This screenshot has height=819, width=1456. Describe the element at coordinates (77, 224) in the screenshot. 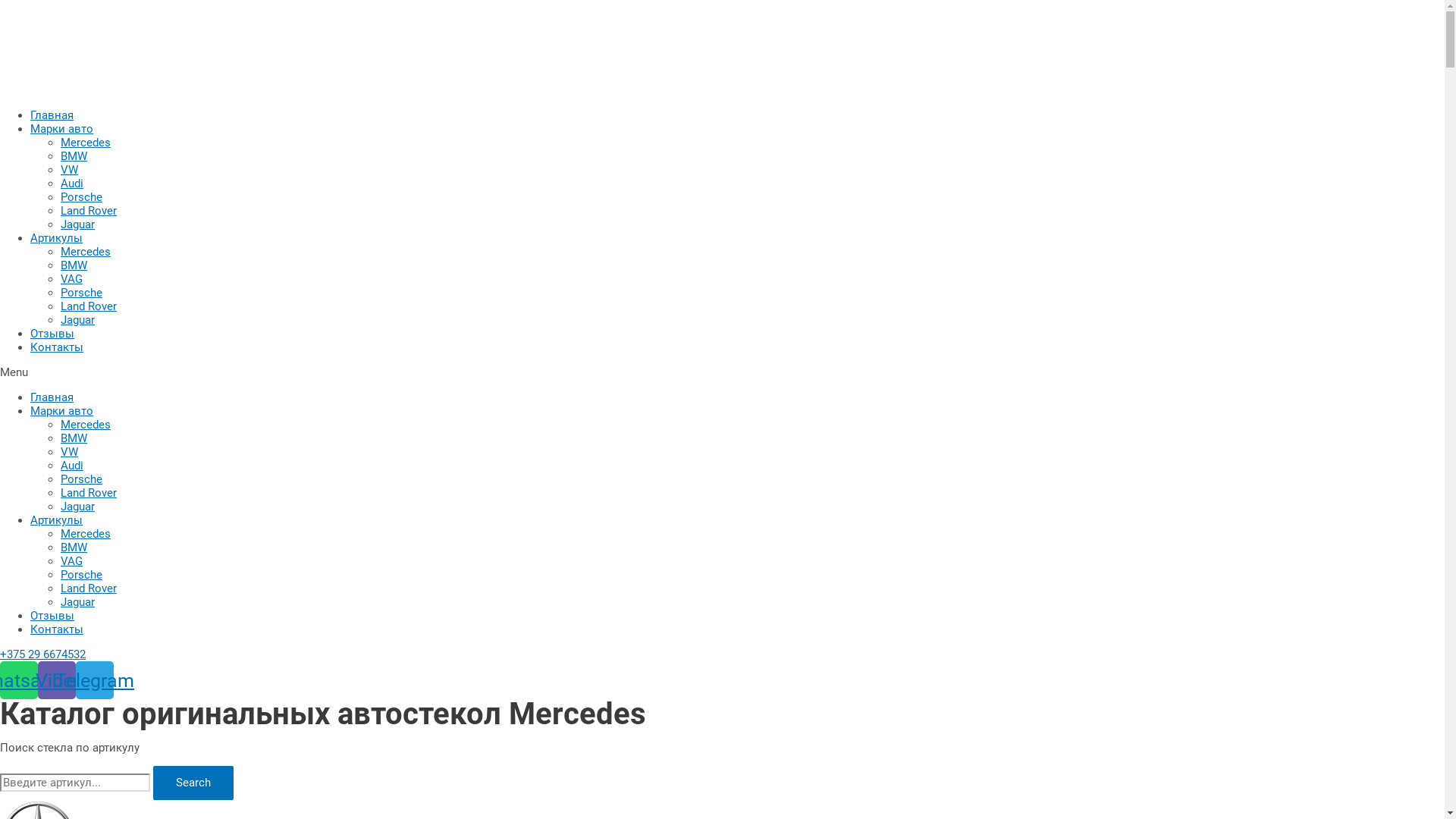

I see `'Jaguar'` at that location.